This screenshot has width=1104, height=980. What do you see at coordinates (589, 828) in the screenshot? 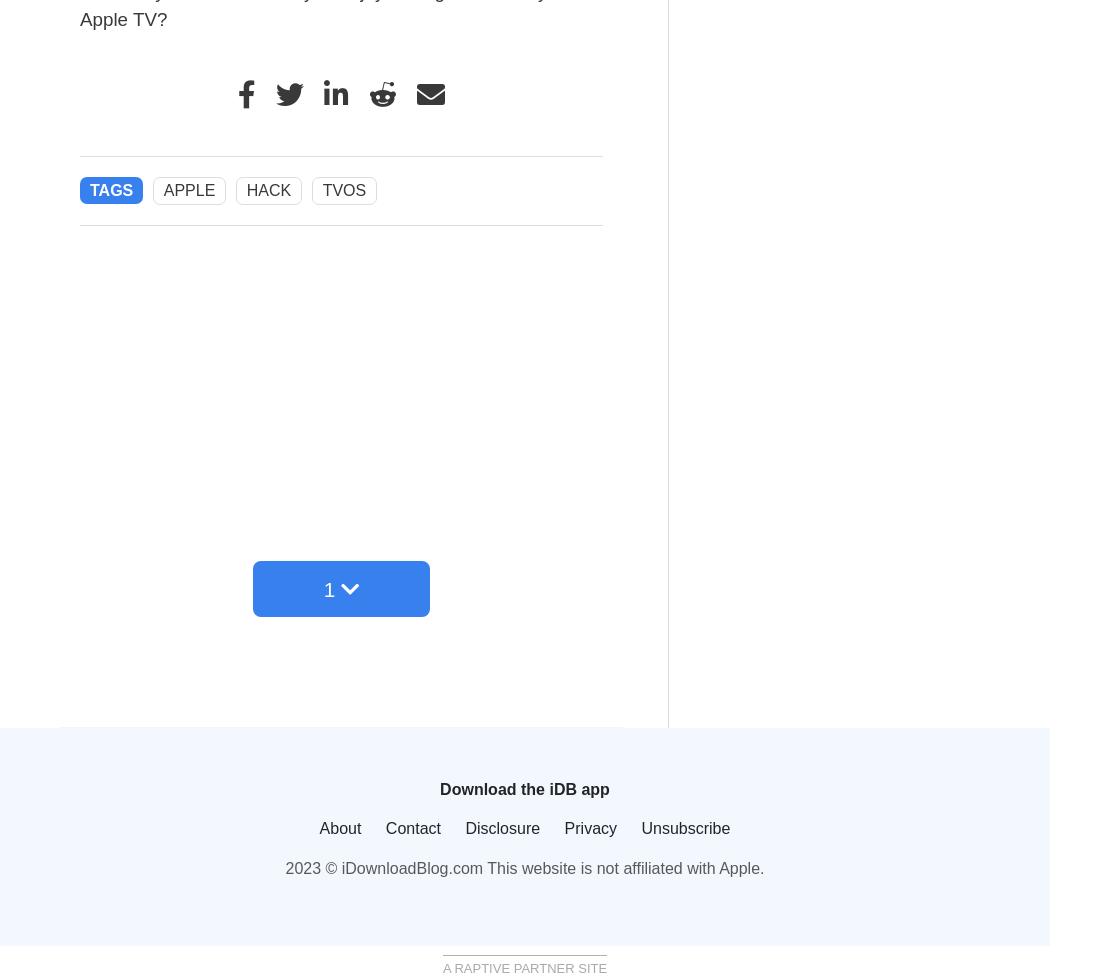
I see `'Privacy'` at bounding box center [589, 828].